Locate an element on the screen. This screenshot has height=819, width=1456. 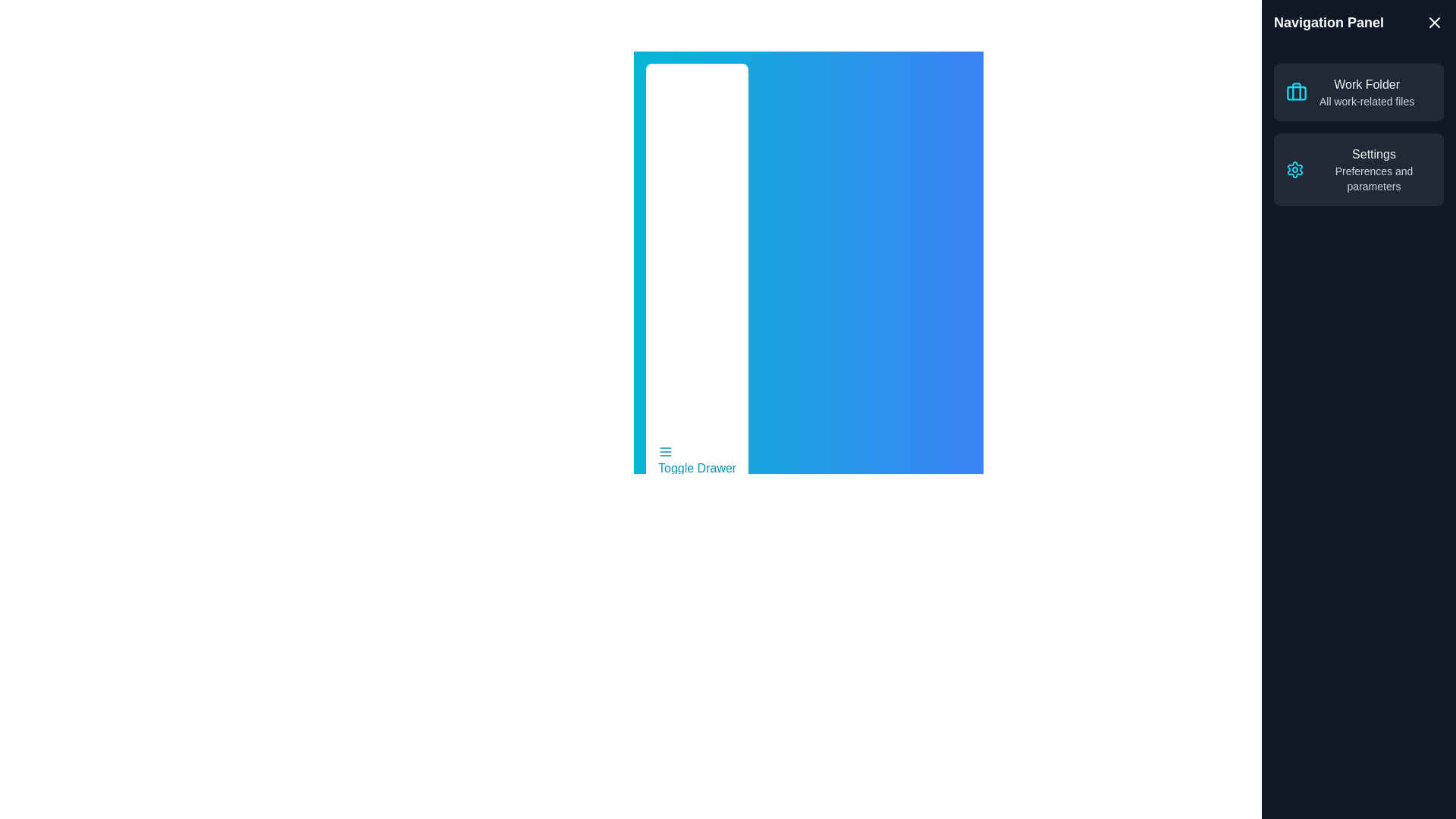
the 'X' icon in the top-right corner of the drawer to close it is located at coordinates (1433, 23).